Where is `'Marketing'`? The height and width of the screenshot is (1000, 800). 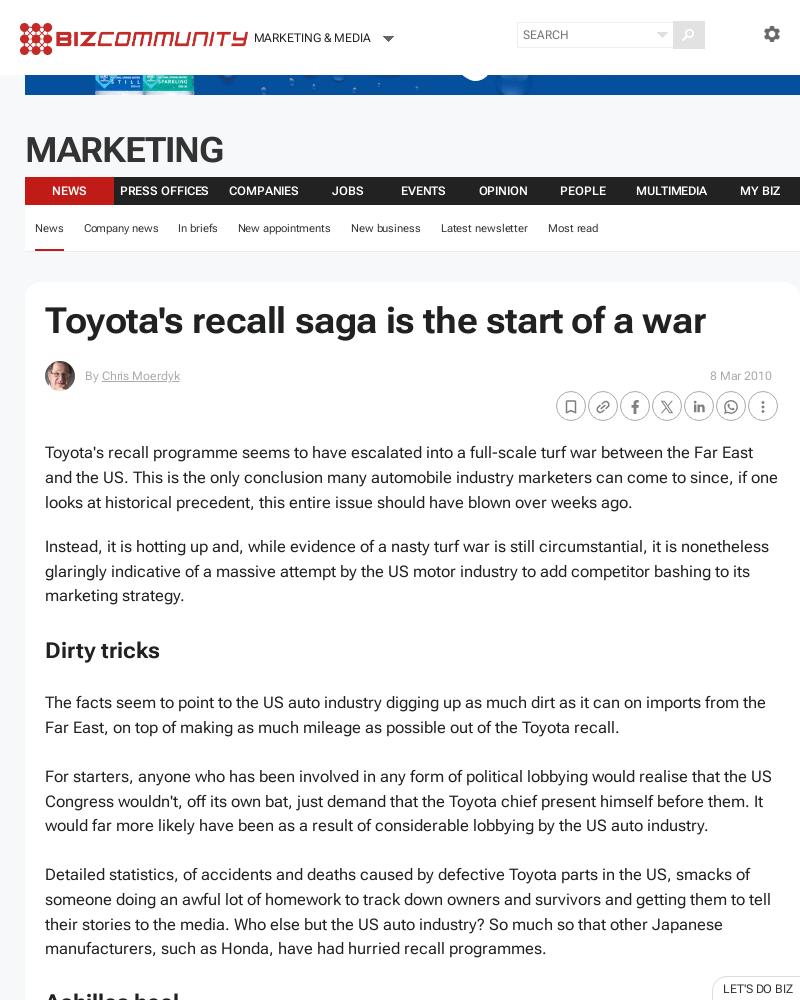 'Marketing' is located at coordinates (24, 150).